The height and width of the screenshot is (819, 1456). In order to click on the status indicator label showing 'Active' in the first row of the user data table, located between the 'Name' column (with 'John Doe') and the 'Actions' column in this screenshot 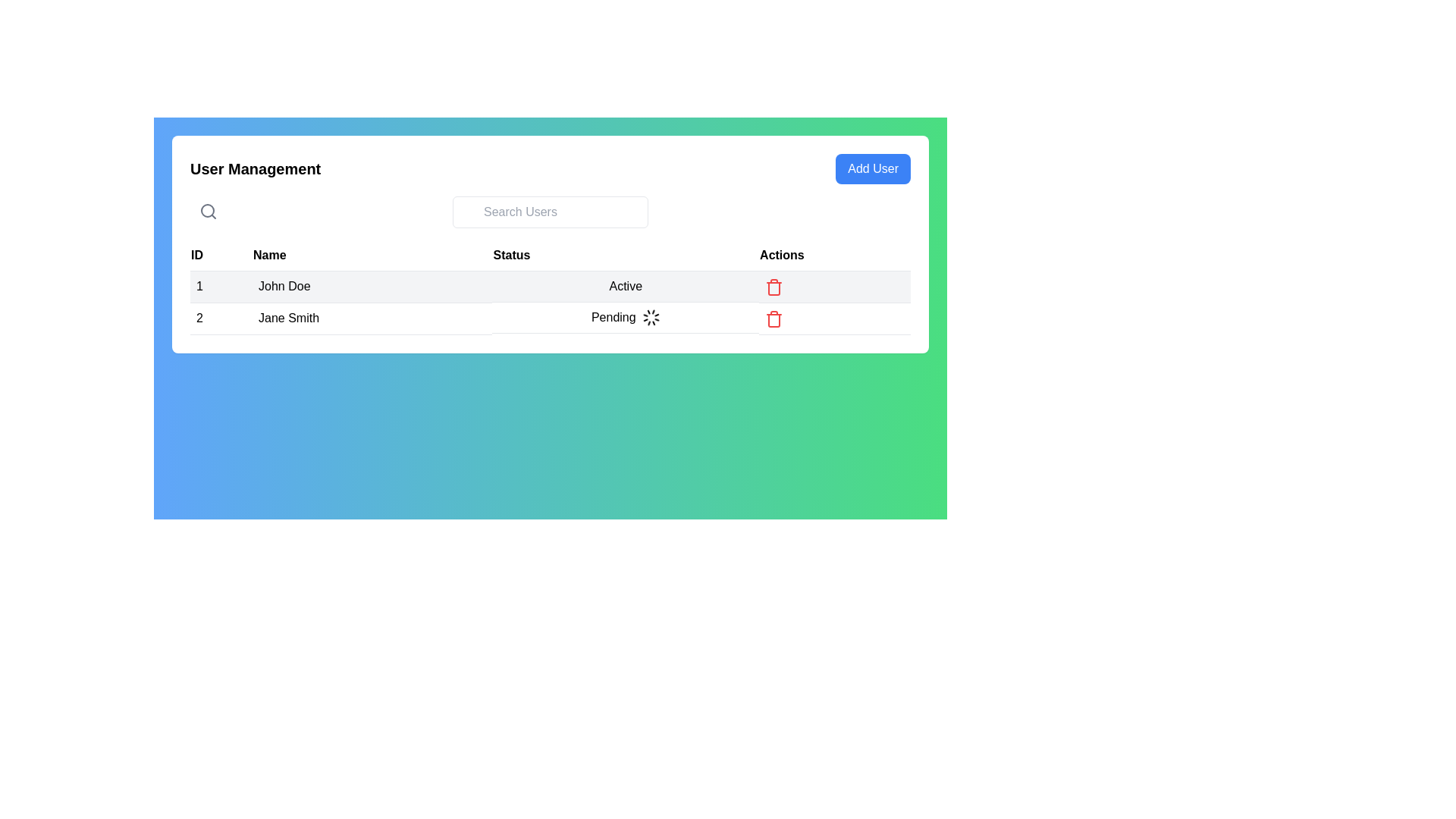, I will do `click(626, 287)`.